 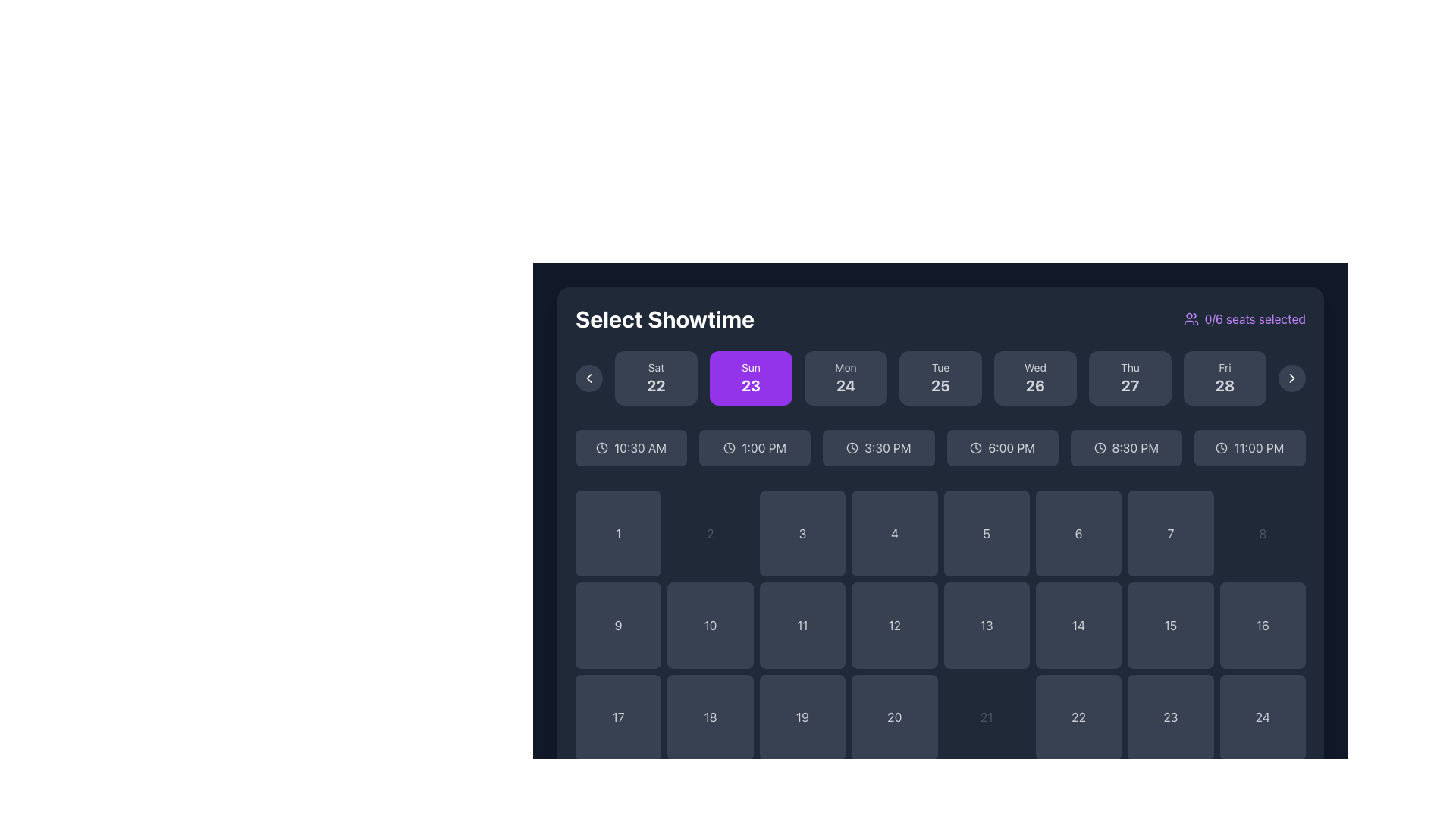 What do you see at coordinates (588, 377) in the screenshot?
I see `the chevron-left button in the SVG graphic` at bounding box center [588, 377].